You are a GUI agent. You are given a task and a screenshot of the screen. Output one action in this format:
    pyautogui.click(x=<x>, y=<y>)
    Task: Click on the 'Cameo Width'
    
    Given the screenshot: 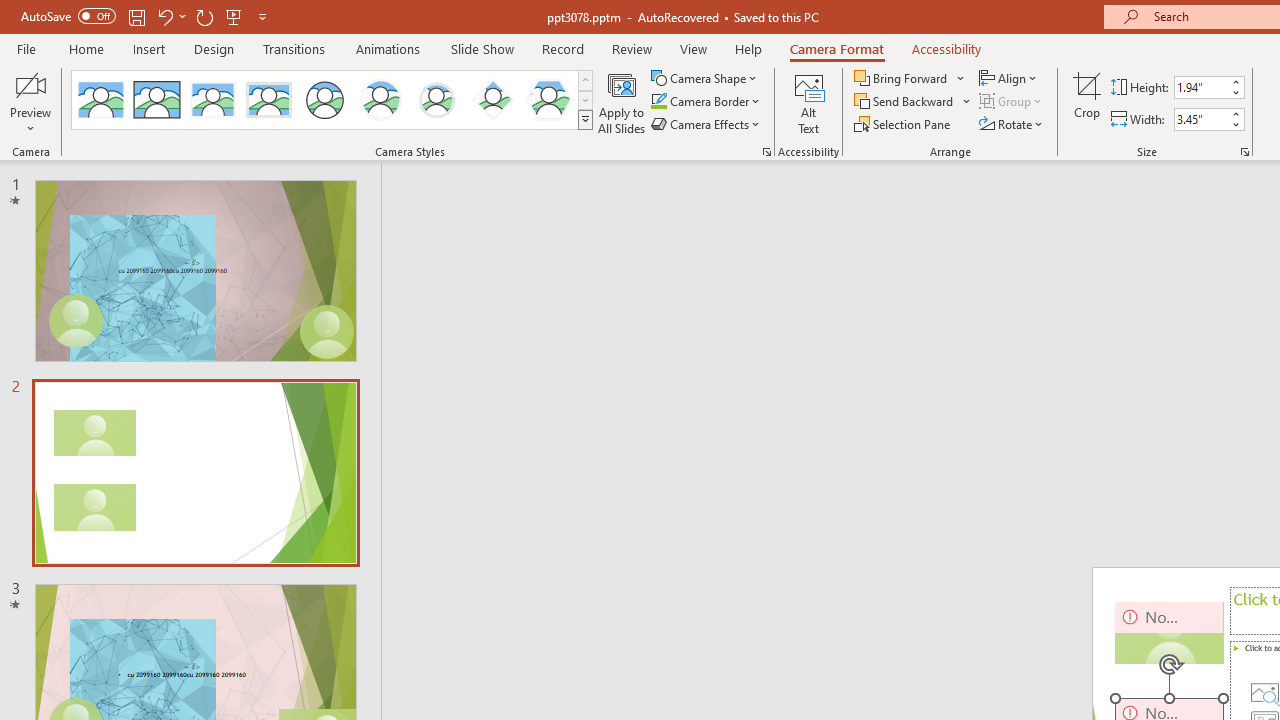 What is the action you would take?
    pyautogui.click(x=1200, y=119)
    